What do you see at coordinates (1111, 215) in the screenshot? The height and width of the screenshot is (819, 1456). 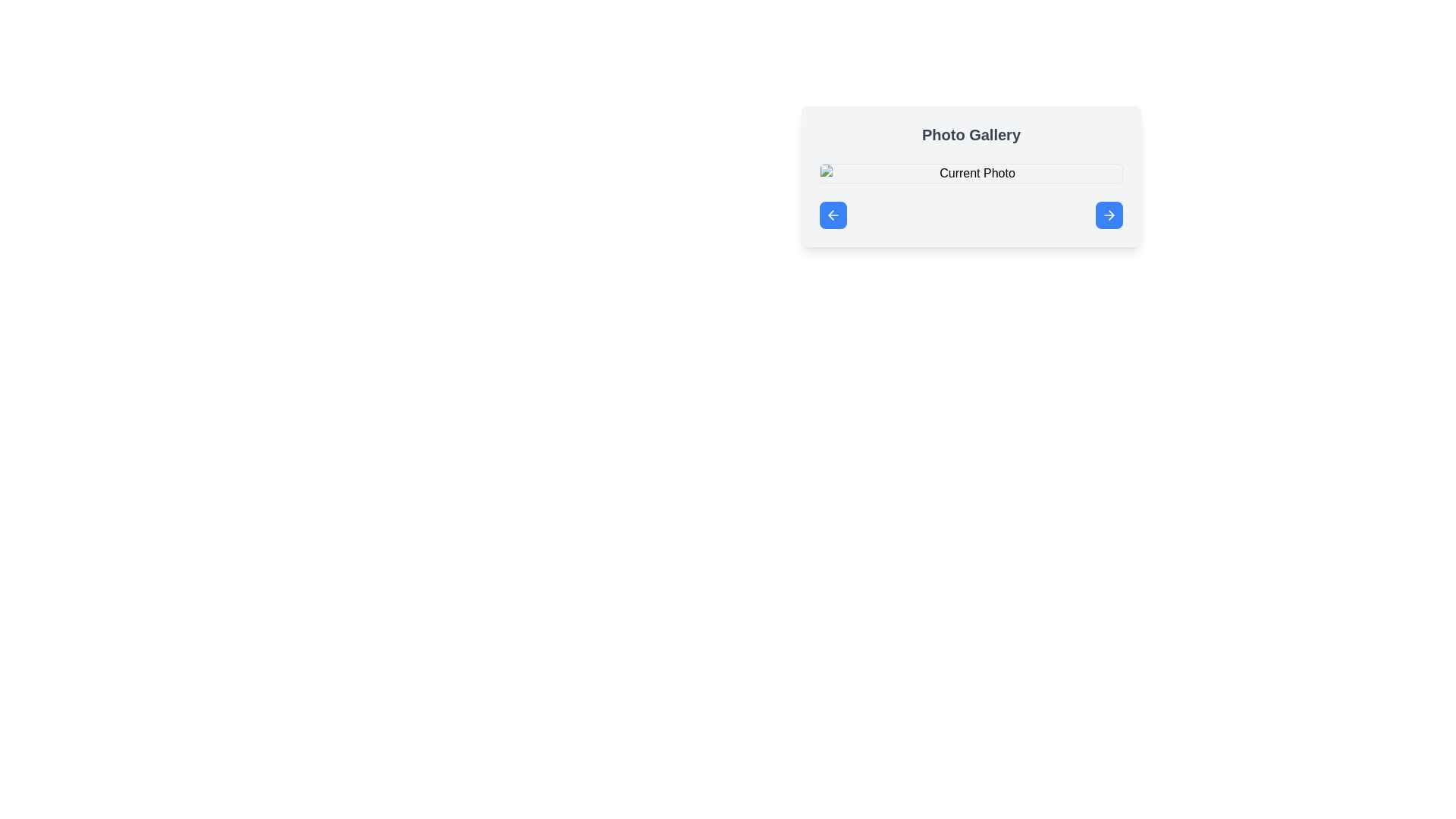 I see `the forward icon located inside the blue button at the bottom-right corner of the 'Photo Gallery' box, which indicates proceeding to the next step` at bounding box center [1111, 215].